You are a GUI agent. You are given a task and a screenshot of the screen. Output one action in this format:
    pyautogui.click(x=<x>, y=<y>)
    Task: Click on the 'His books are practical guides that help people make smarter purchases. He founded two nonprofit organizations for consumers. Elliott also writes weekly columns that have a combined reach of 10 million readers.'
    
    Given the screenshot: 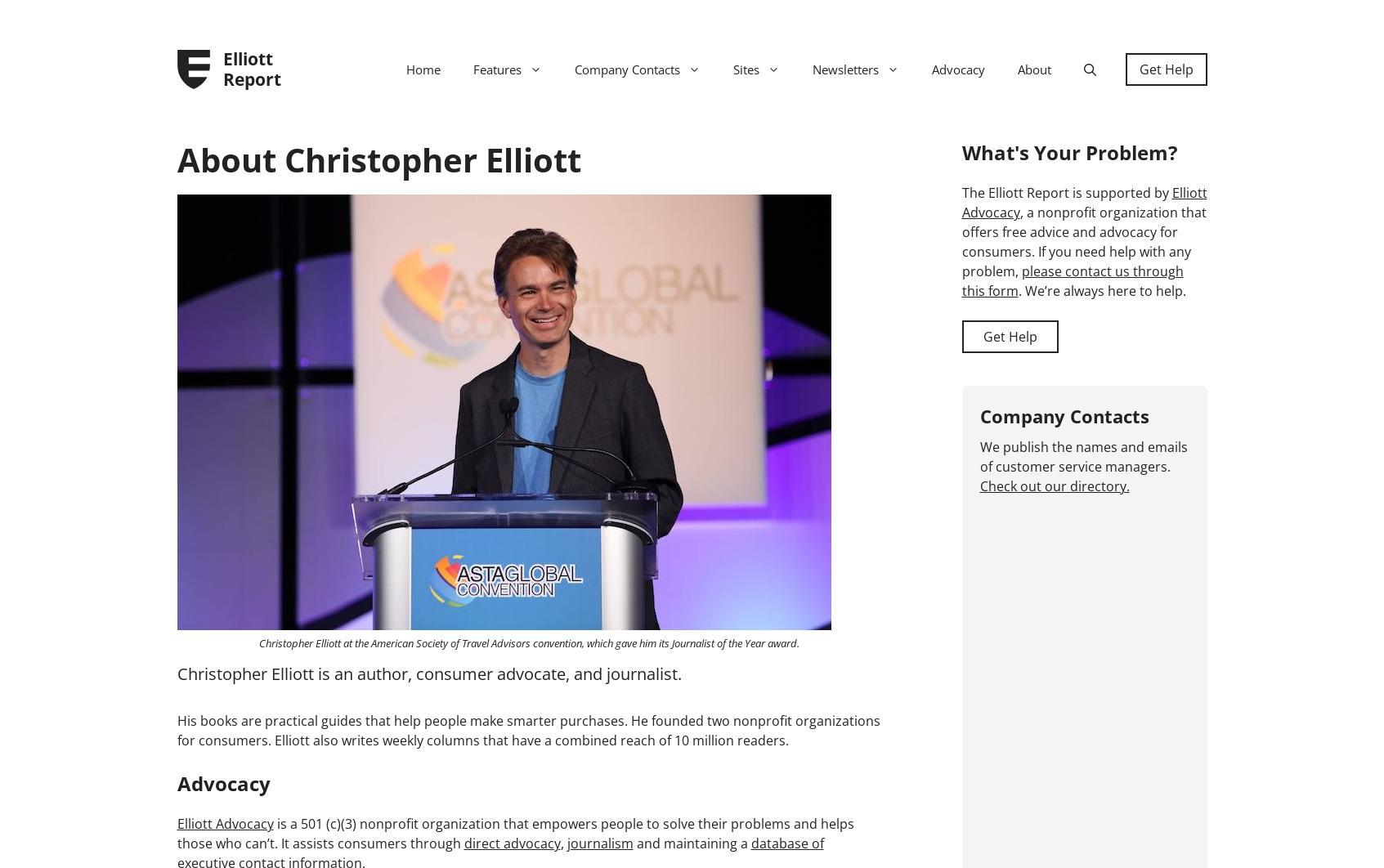 What is the action you would take?
    pyautogui.click(x=177, y=729)
    